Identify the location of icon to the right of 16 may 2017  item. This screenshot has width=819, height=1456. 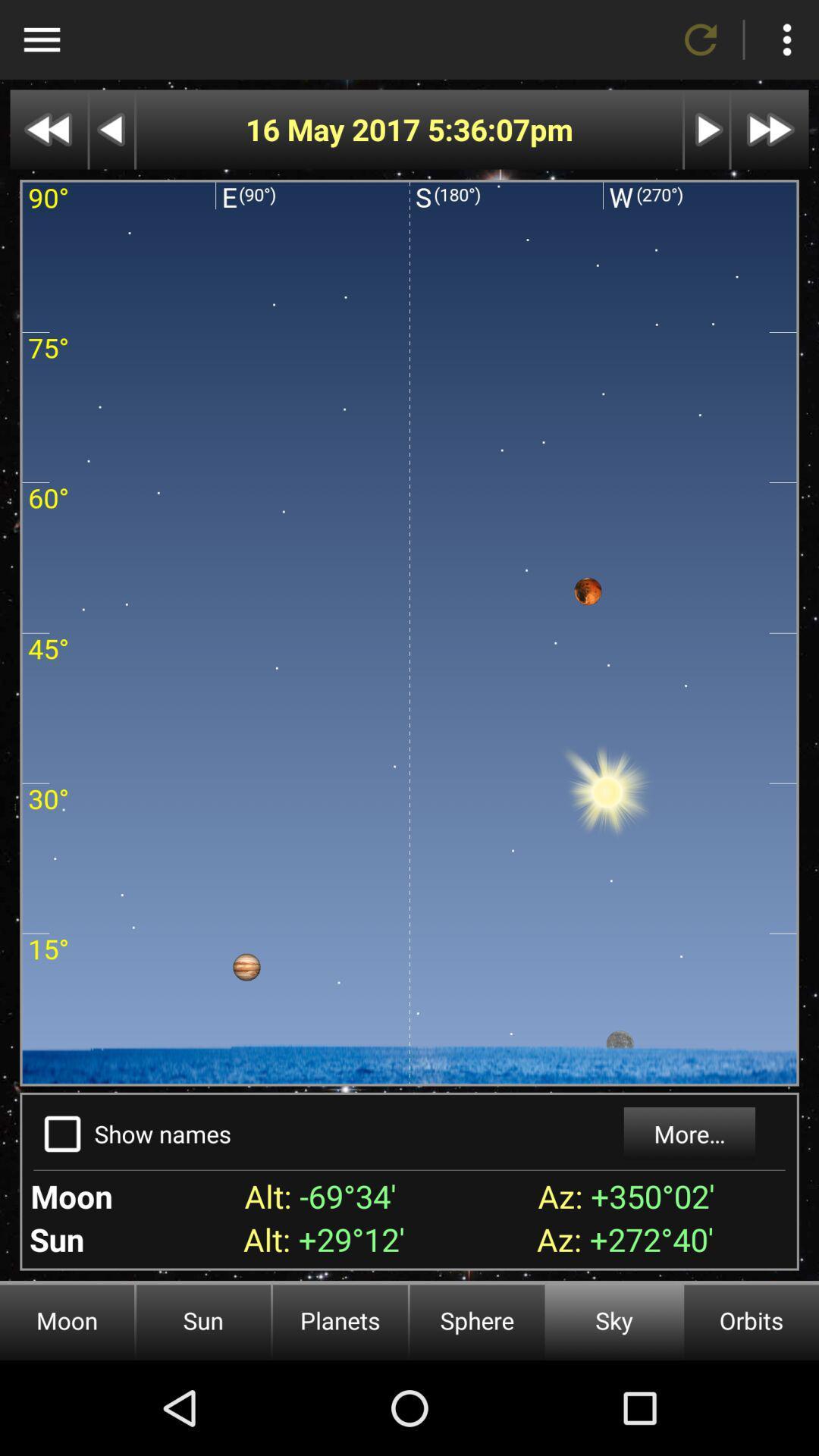
(479, 130).